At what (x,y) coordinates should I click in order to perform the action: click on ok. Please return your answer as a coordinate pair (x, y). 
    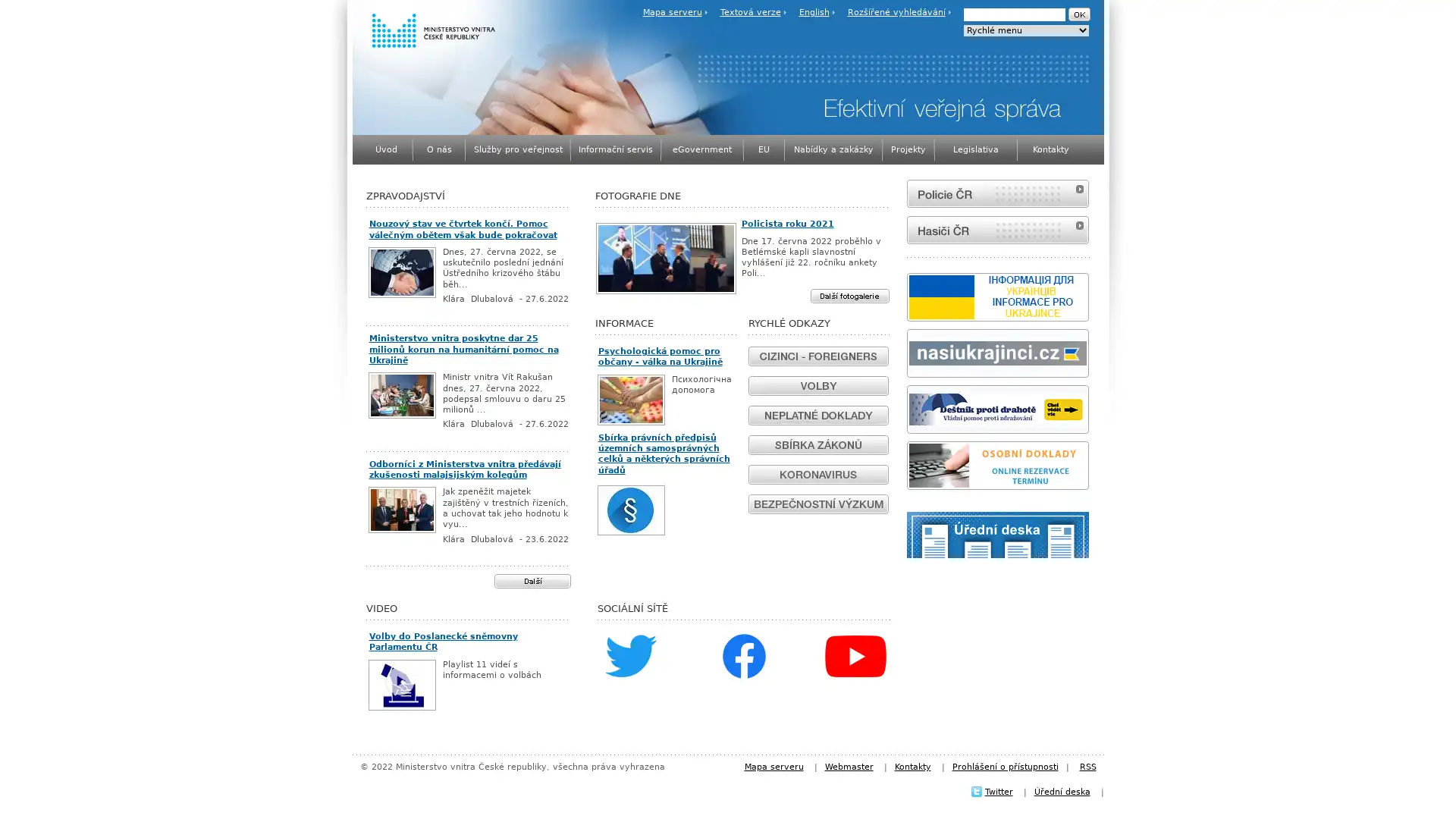
    Looking at the image, I should click on (1078, 14).